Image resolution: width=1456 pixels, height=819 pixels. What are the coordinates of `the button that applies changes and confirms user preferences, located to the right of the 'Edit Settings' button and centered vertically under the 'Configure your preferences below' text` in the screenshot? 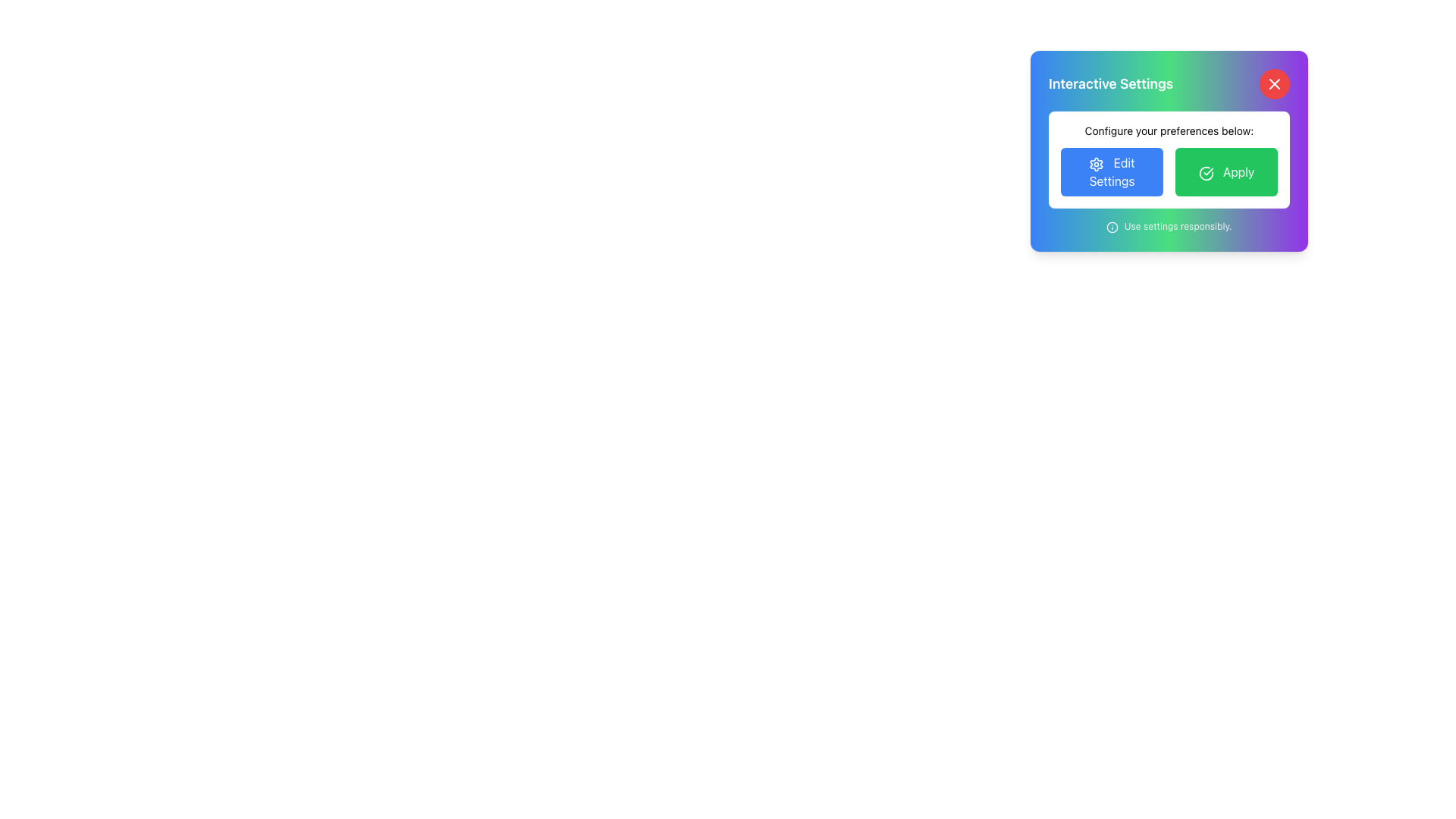 It's located at (1226, 171).